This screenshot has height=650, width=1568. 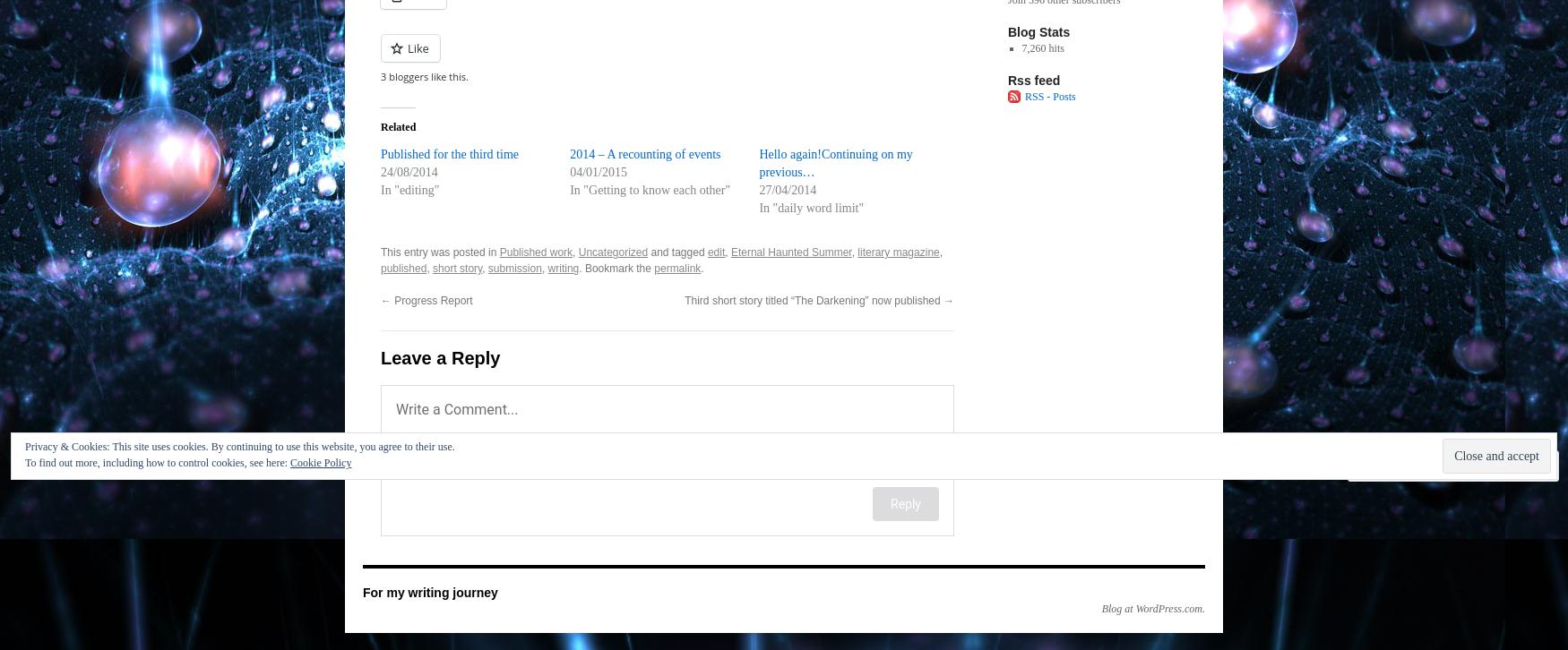 What do you see at coordinates (403, 267) in the screenshot?
I see `'published'` at bounding box center [403, 267].